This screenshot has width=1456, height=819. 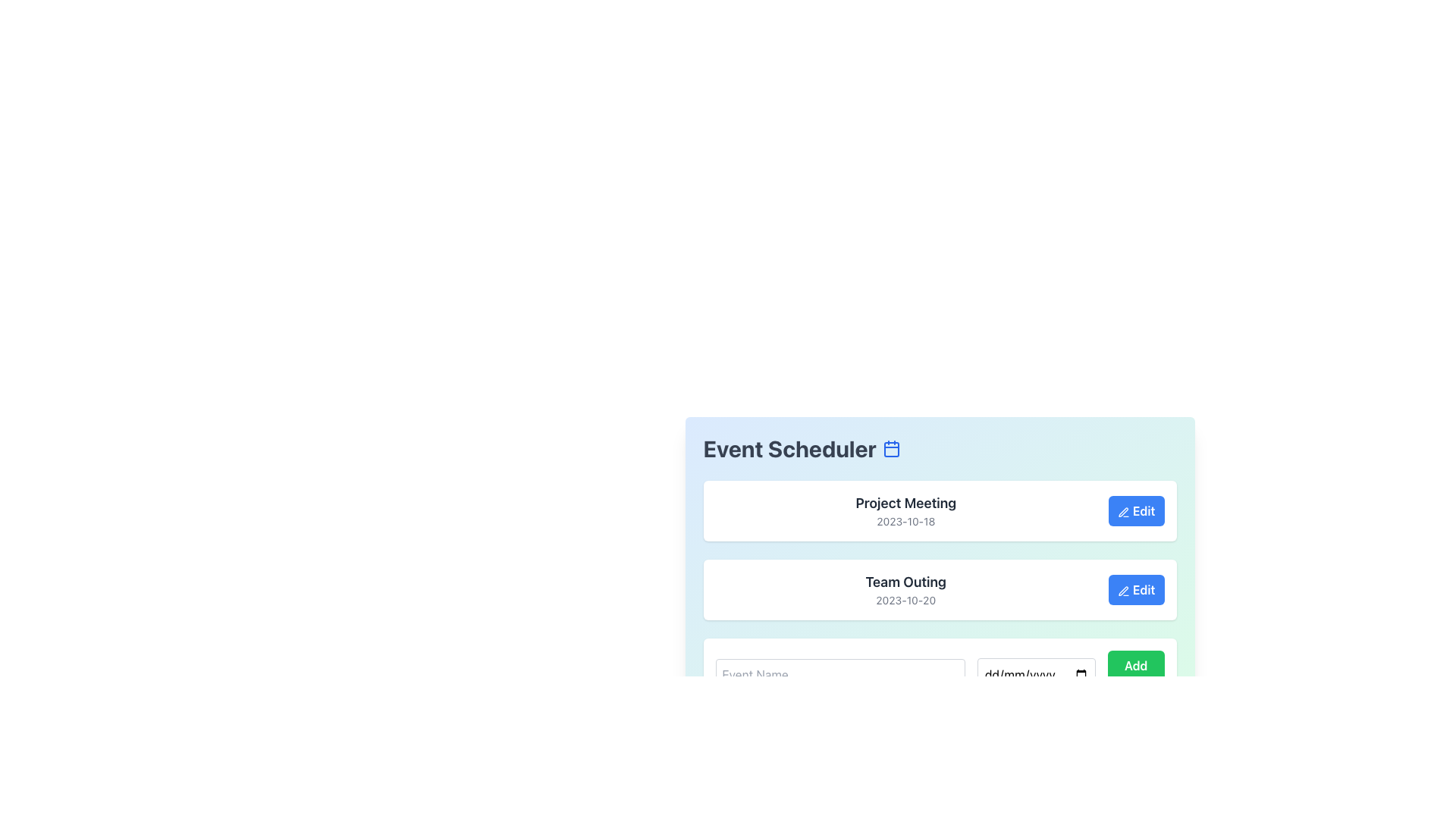 I want to click on the 'Project Meeting' card in the 'Event Scheduler' section, so click(x=939, y=537).